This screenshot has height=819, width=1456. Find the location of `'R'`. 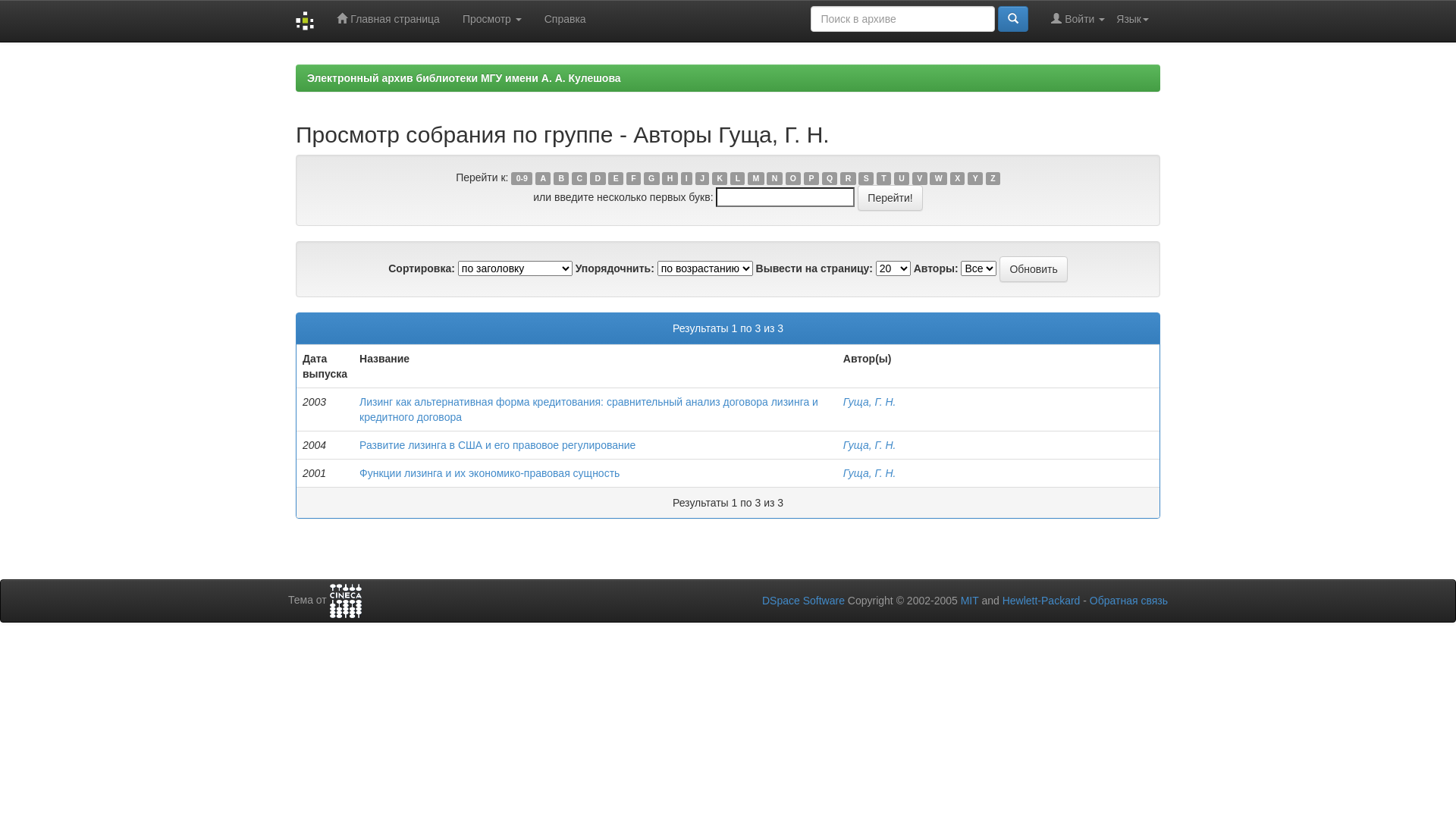

'R' is located at coordinates (839, 177).